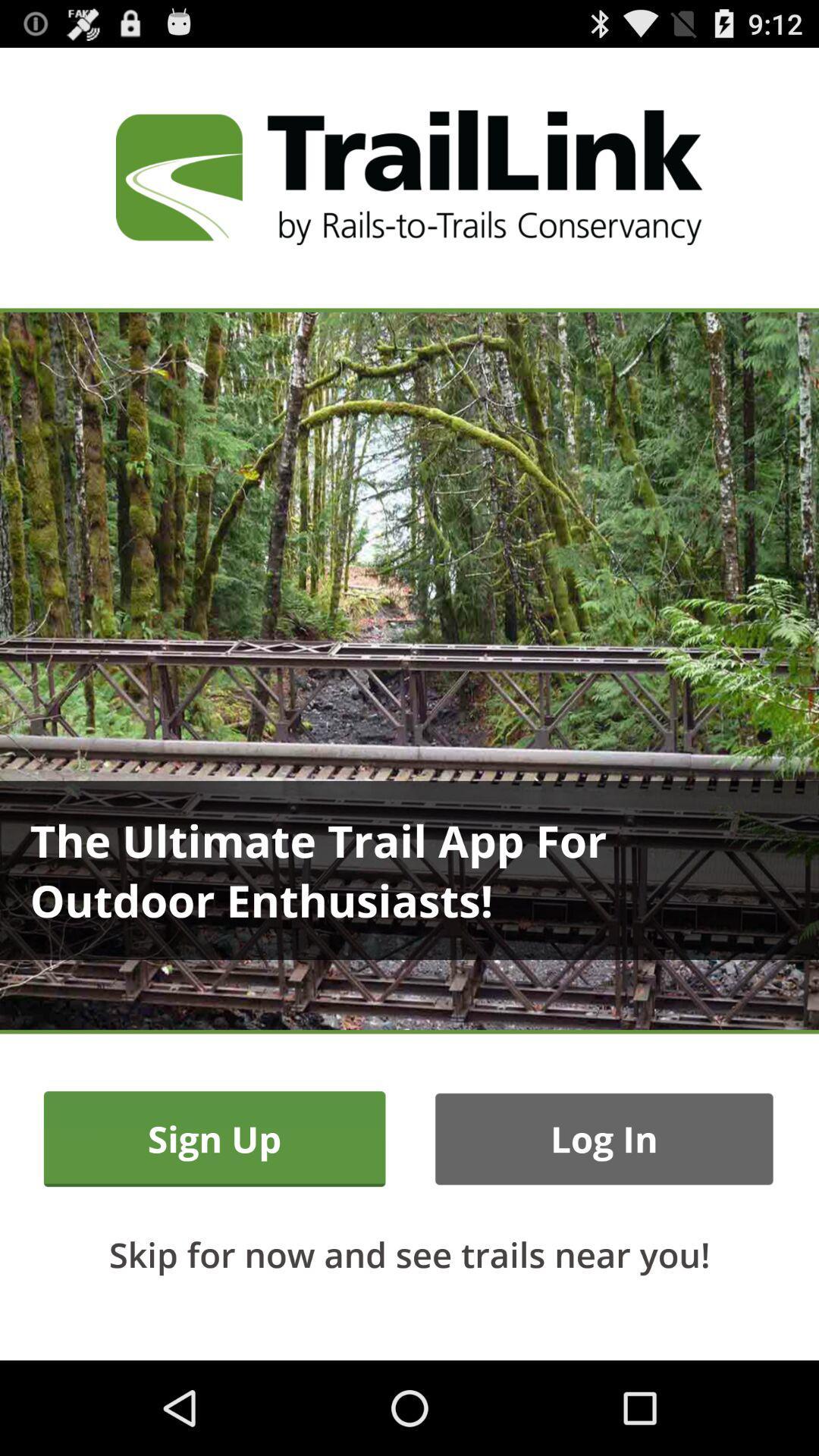 The width and height of the screenshot is (819, 1456). I want to click on the sign up item, so click(215, 1139).